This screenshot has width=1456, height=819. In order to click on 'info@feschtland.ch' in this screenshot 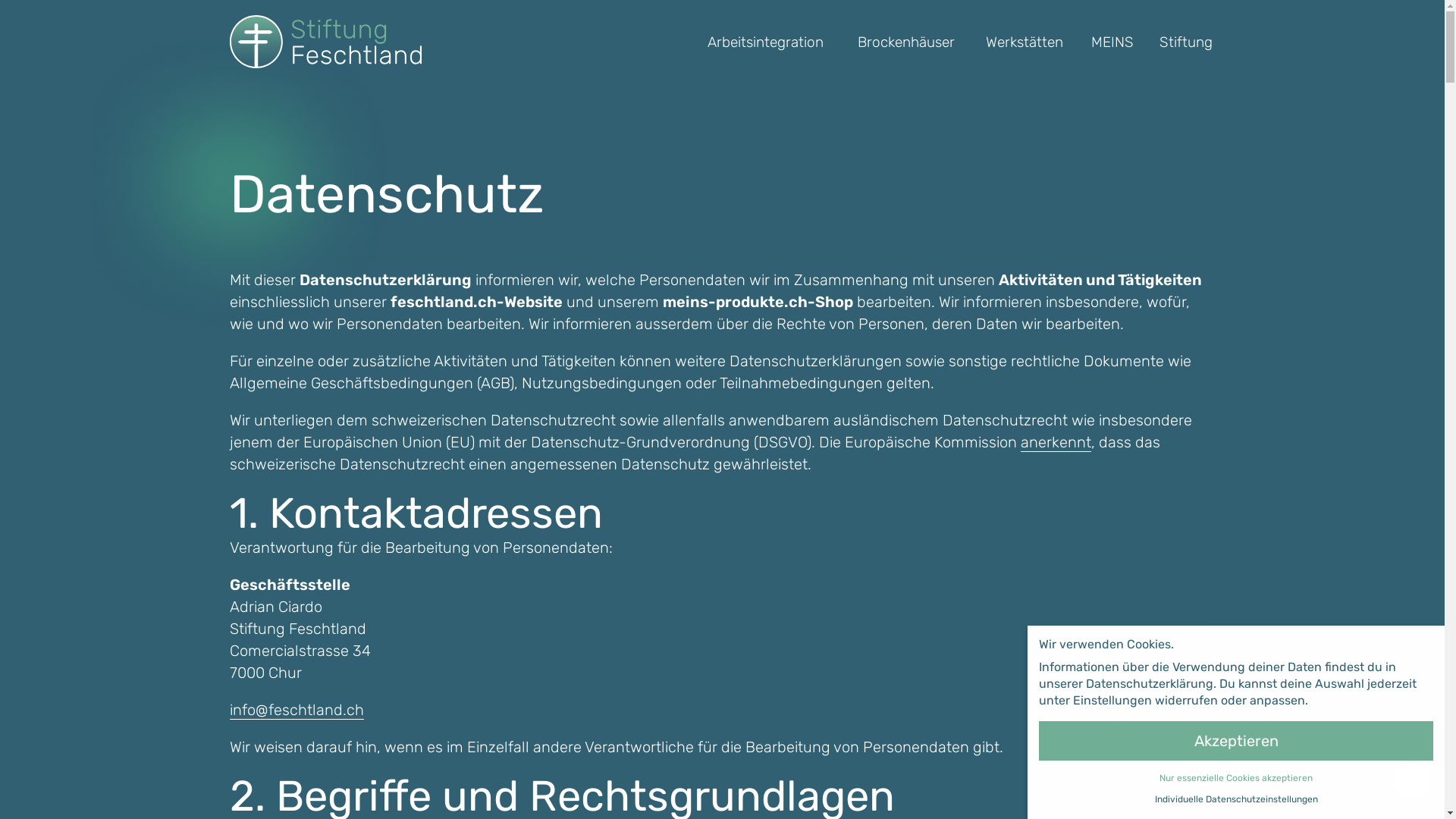, I will do `click(296, 710)`.